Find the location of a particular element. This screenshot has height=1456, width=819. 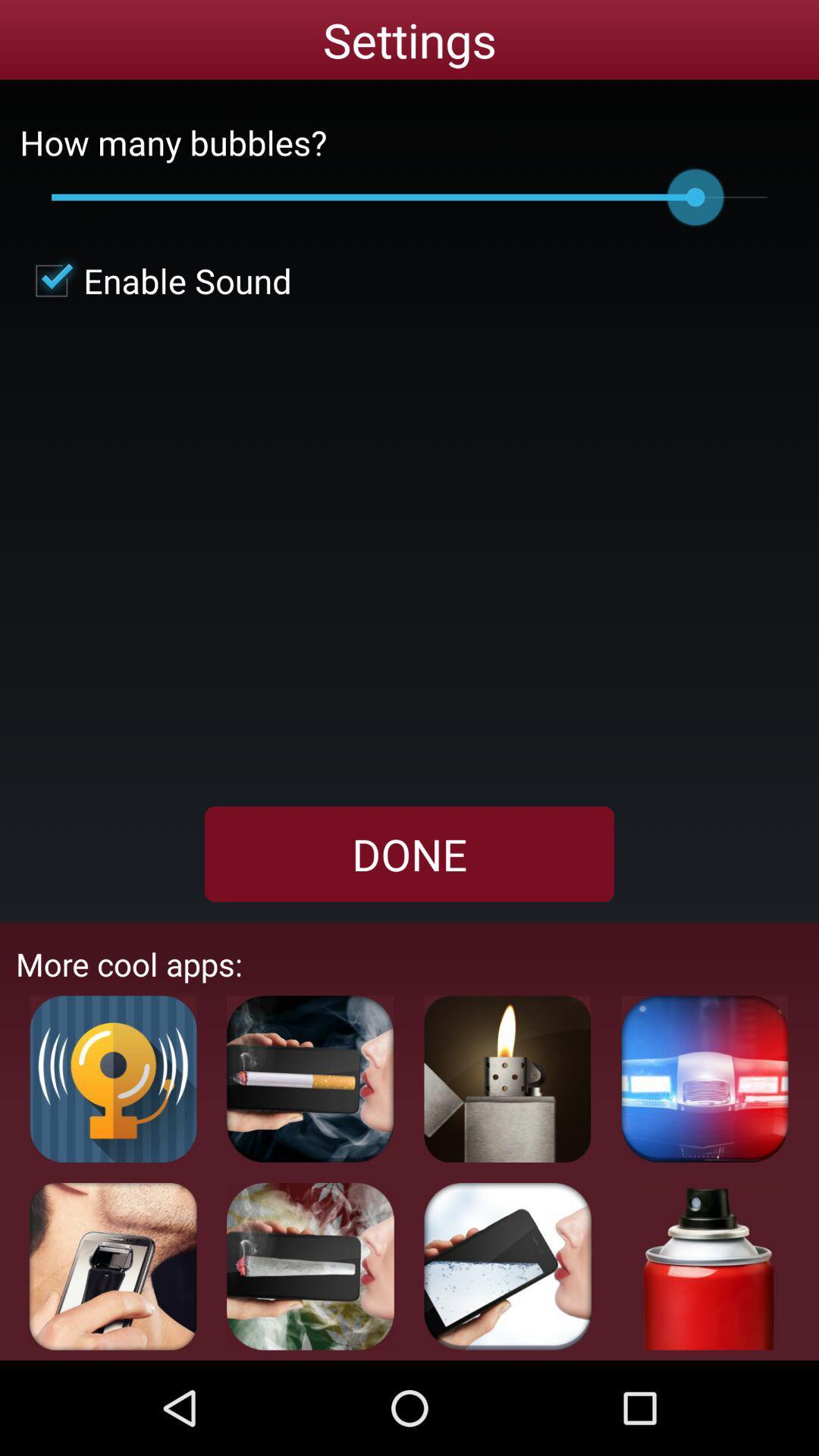

button above the done is located at coordinates (155, 281).